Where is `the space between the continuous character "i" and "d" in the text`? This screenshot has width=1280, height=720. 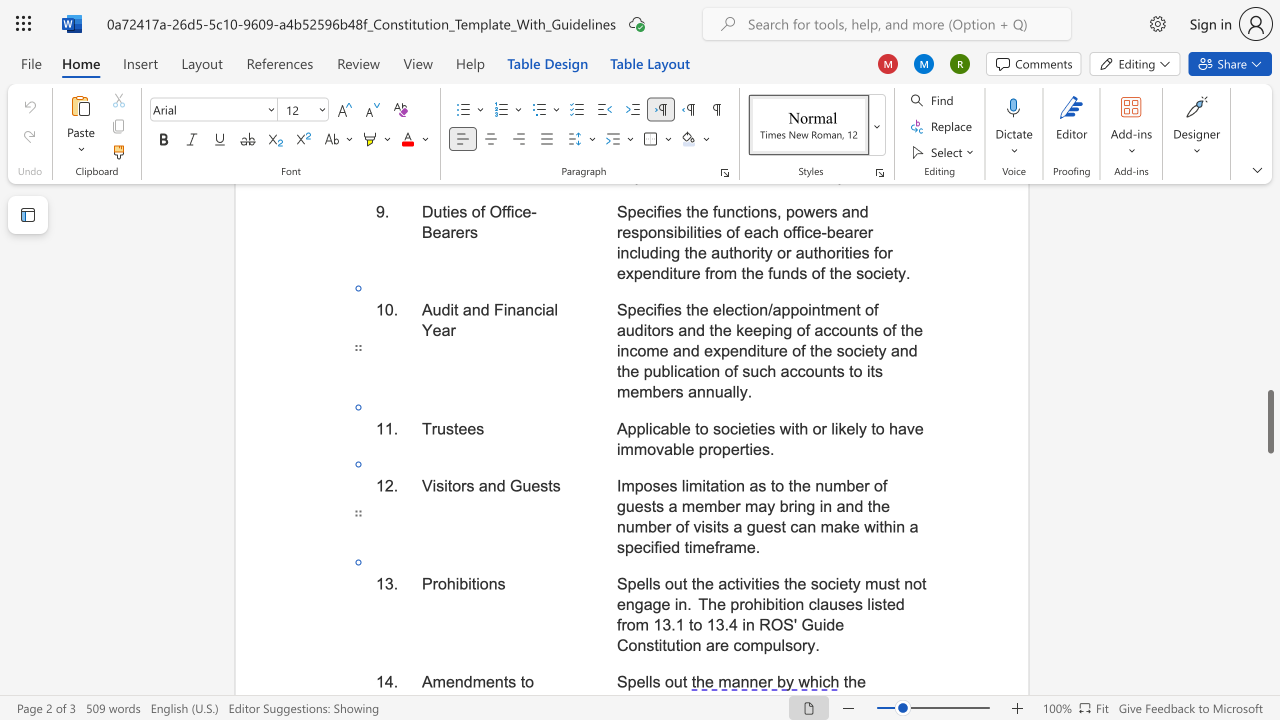 the space between the continuous character "i" and "d" in the text is located at coordinates (827, 624).